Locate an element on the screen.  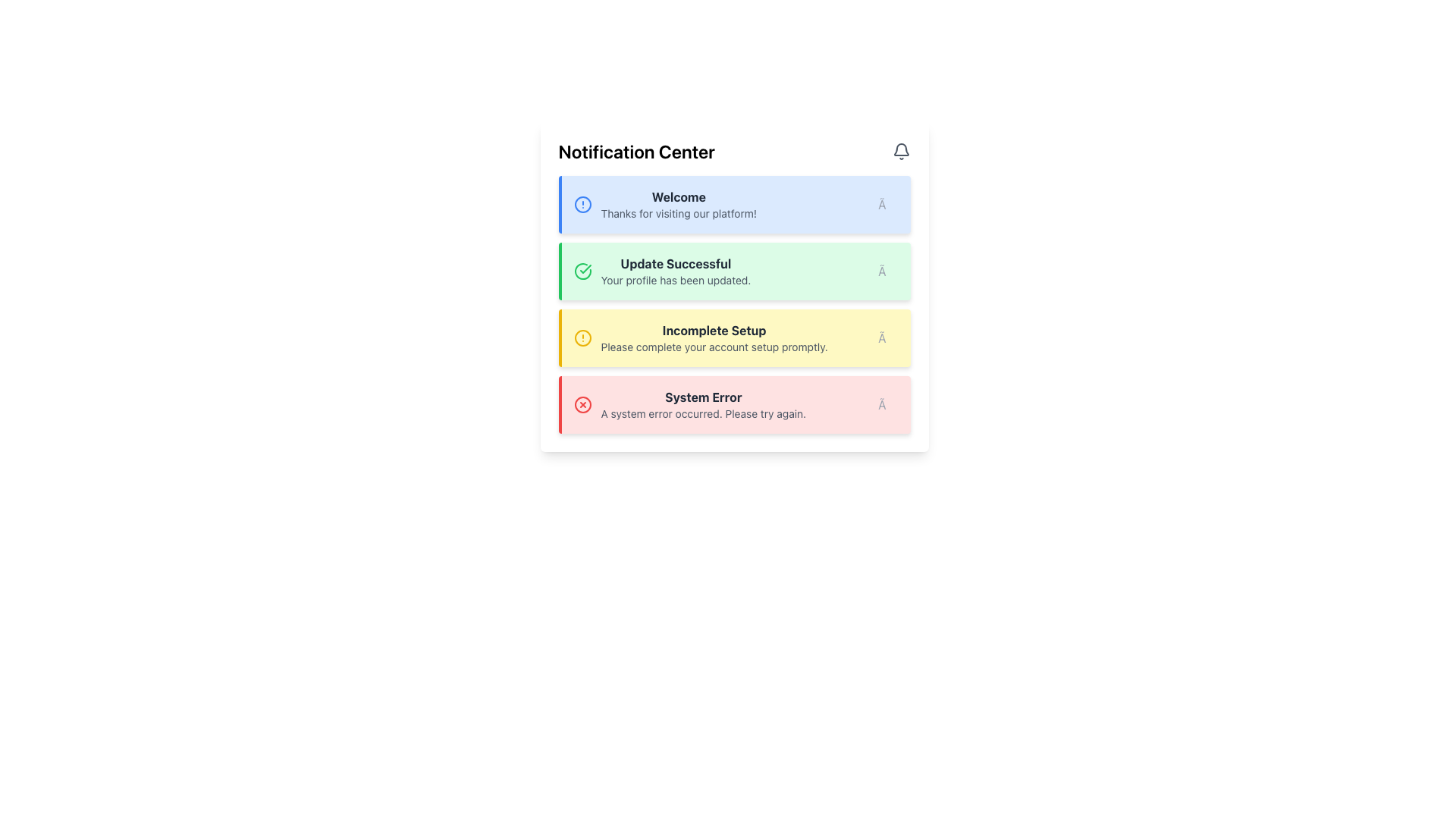
the text label that provides instructions regarding the account setup, located below the title 'Incomplete Setup' in the yellow notification card, to possibly reveal additional tooltips is located at coordinates (714, 347).